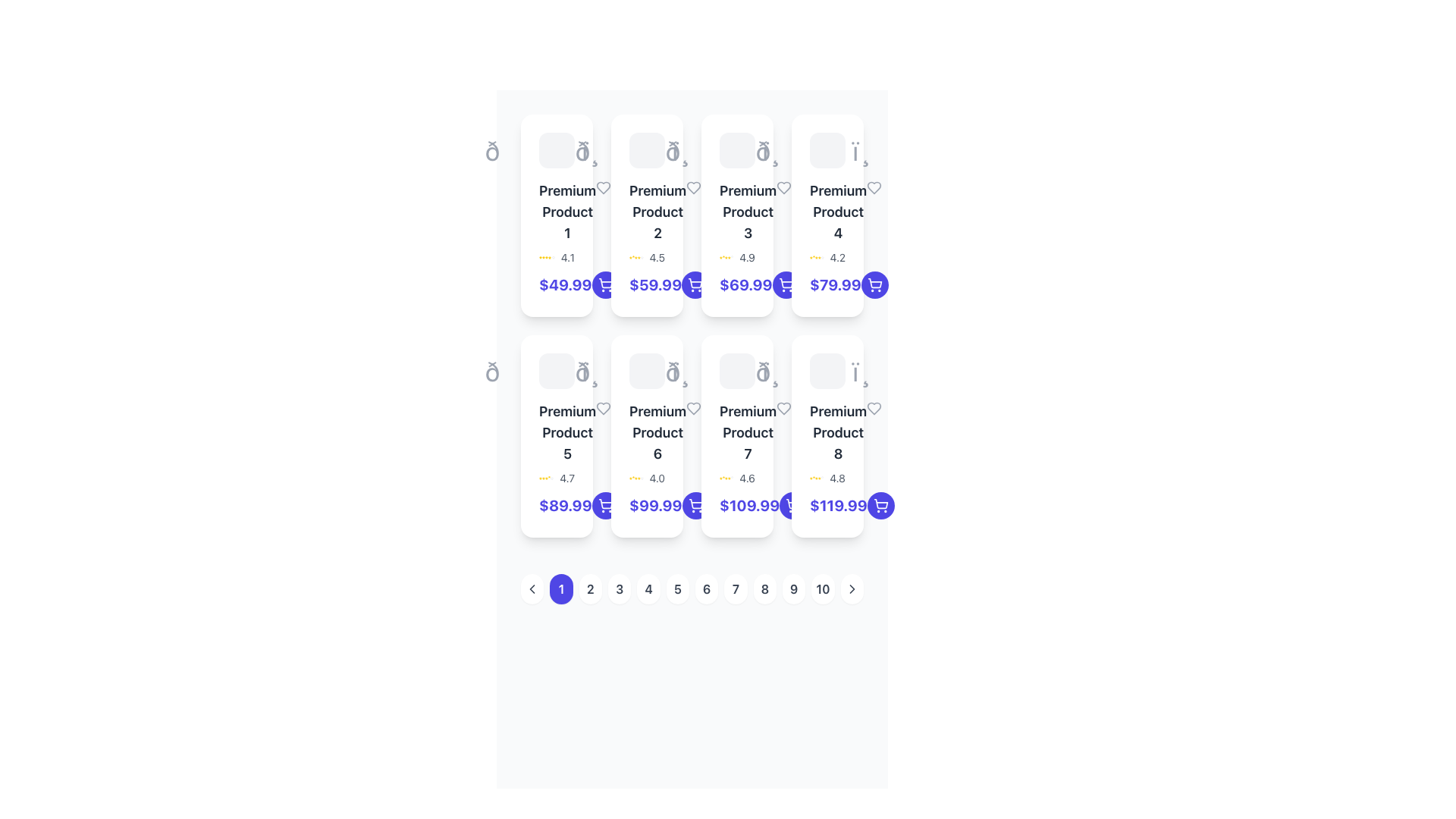  Describe the element at coordinates (827, 432) in the screenshot. I see `the 'Premium Product 8' text label located in the second row, fourth card from the left in the product card grid` at that location.